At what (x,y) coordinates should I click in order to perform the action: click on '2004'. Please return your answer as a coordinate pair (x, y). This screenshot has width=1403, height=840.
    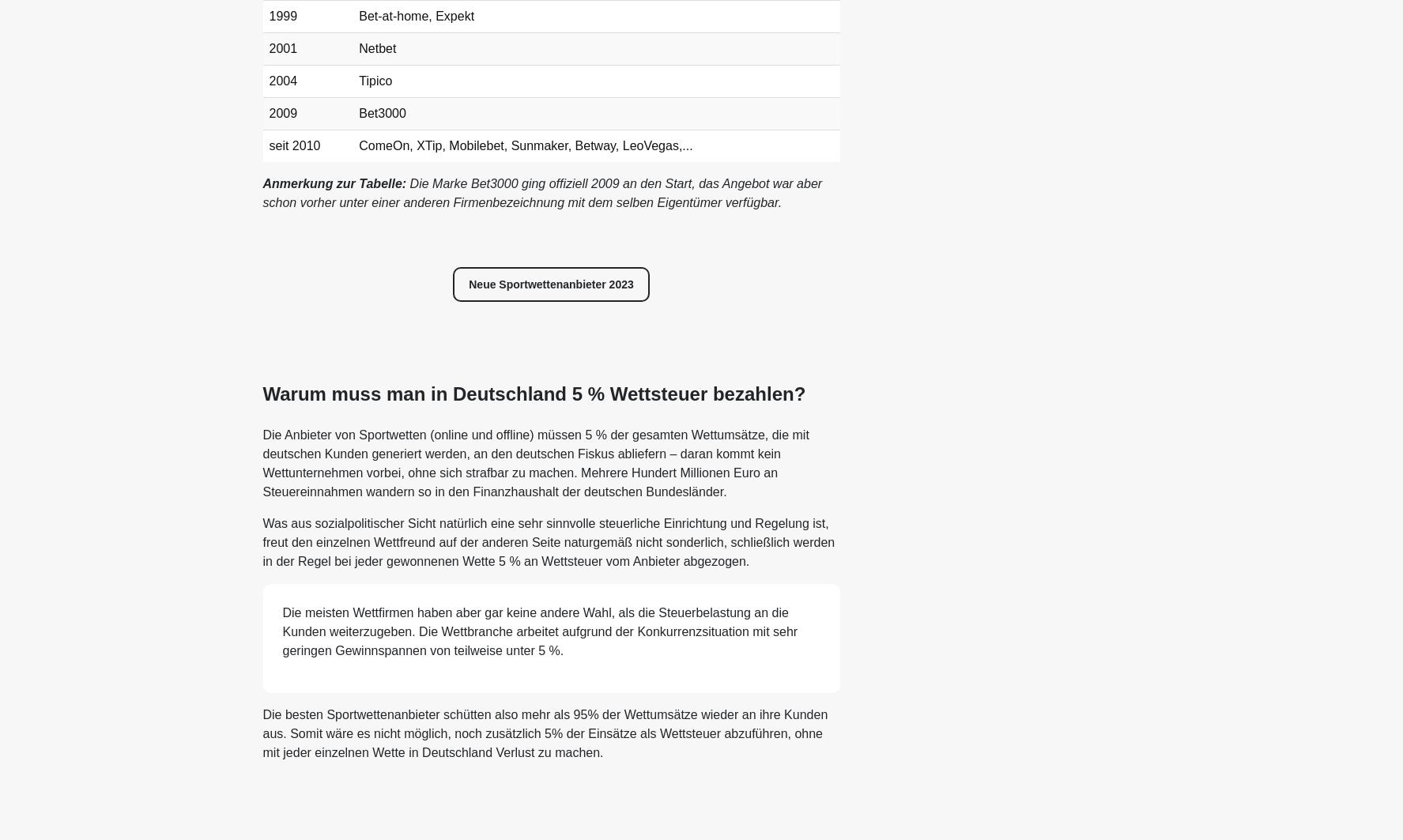
    Looking at the image, I should click on (282, 81).